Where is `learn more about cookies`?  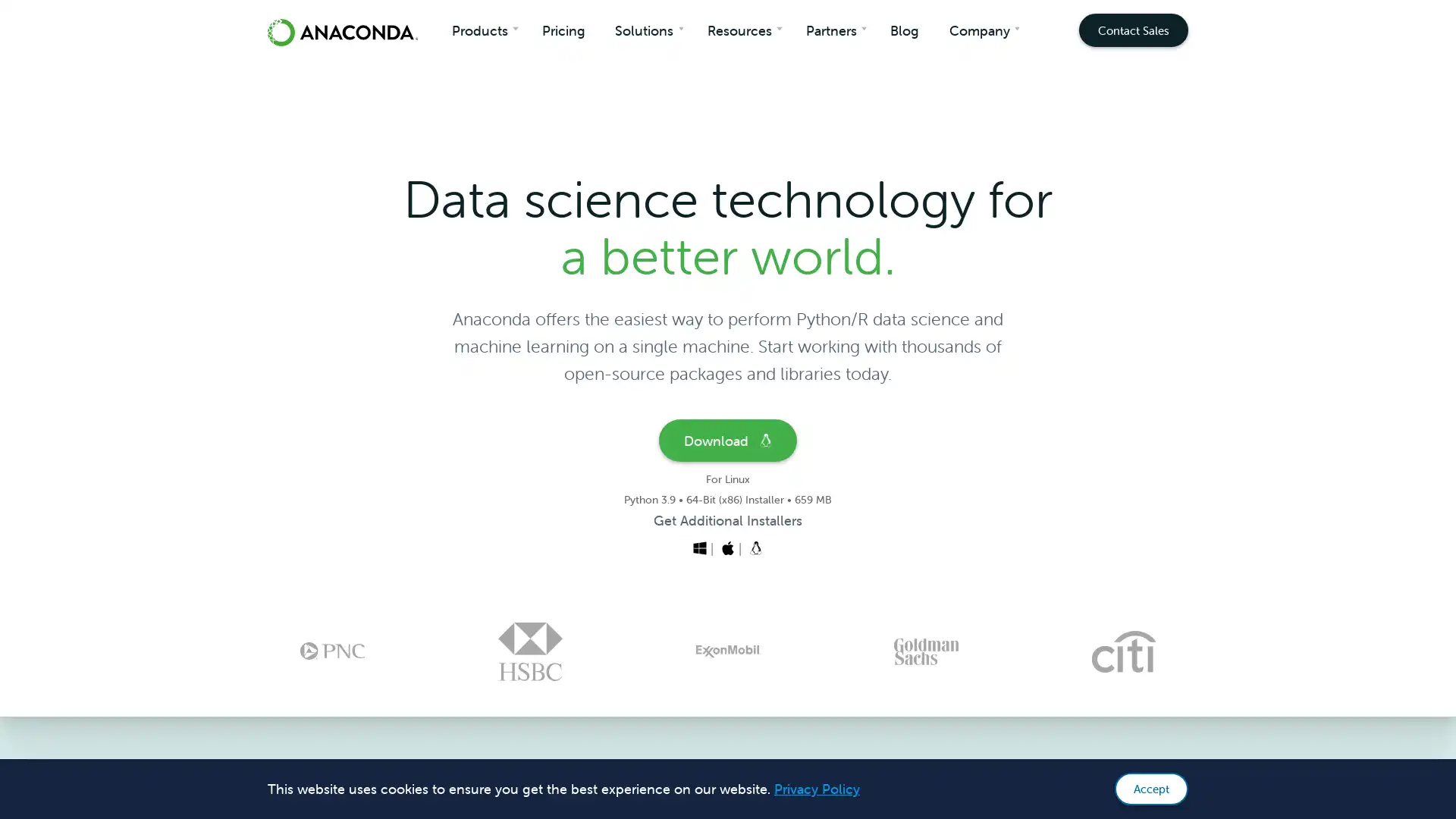
learn more about cookies is located at coordinates (816, 787).